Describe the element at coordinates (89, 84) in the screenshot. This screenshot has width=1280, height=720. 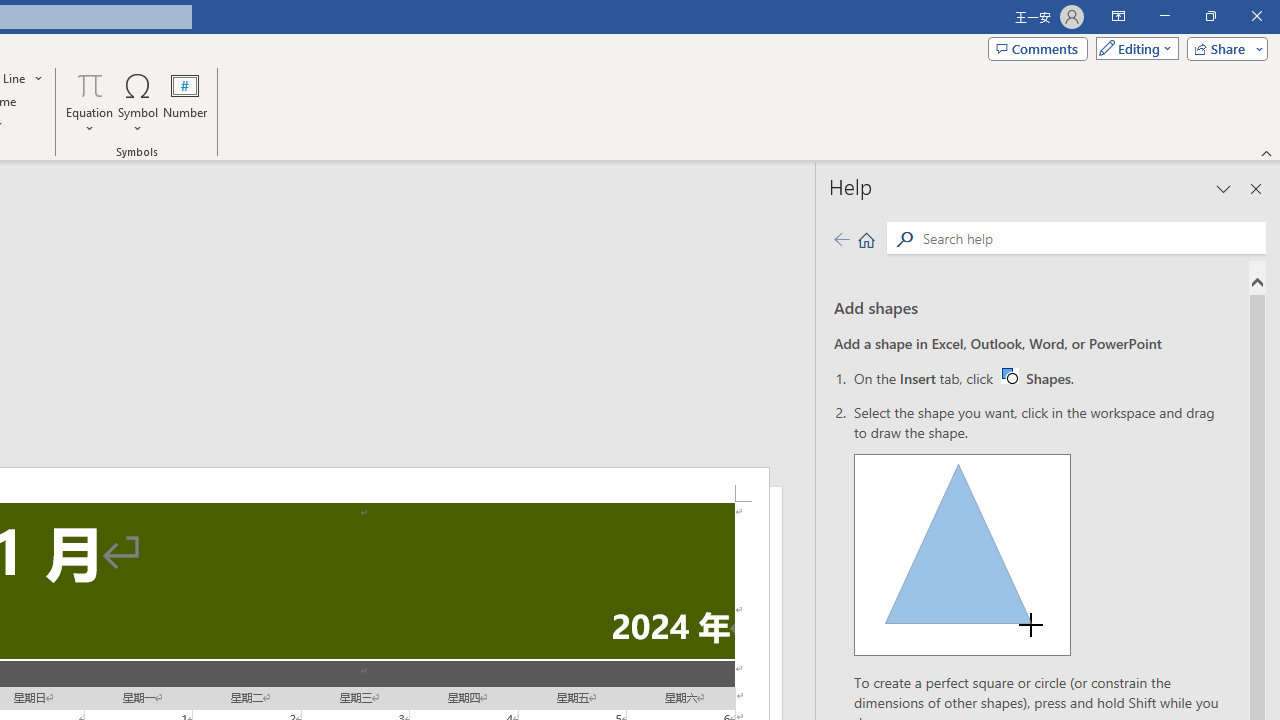
I see `'Equation'` at that location.